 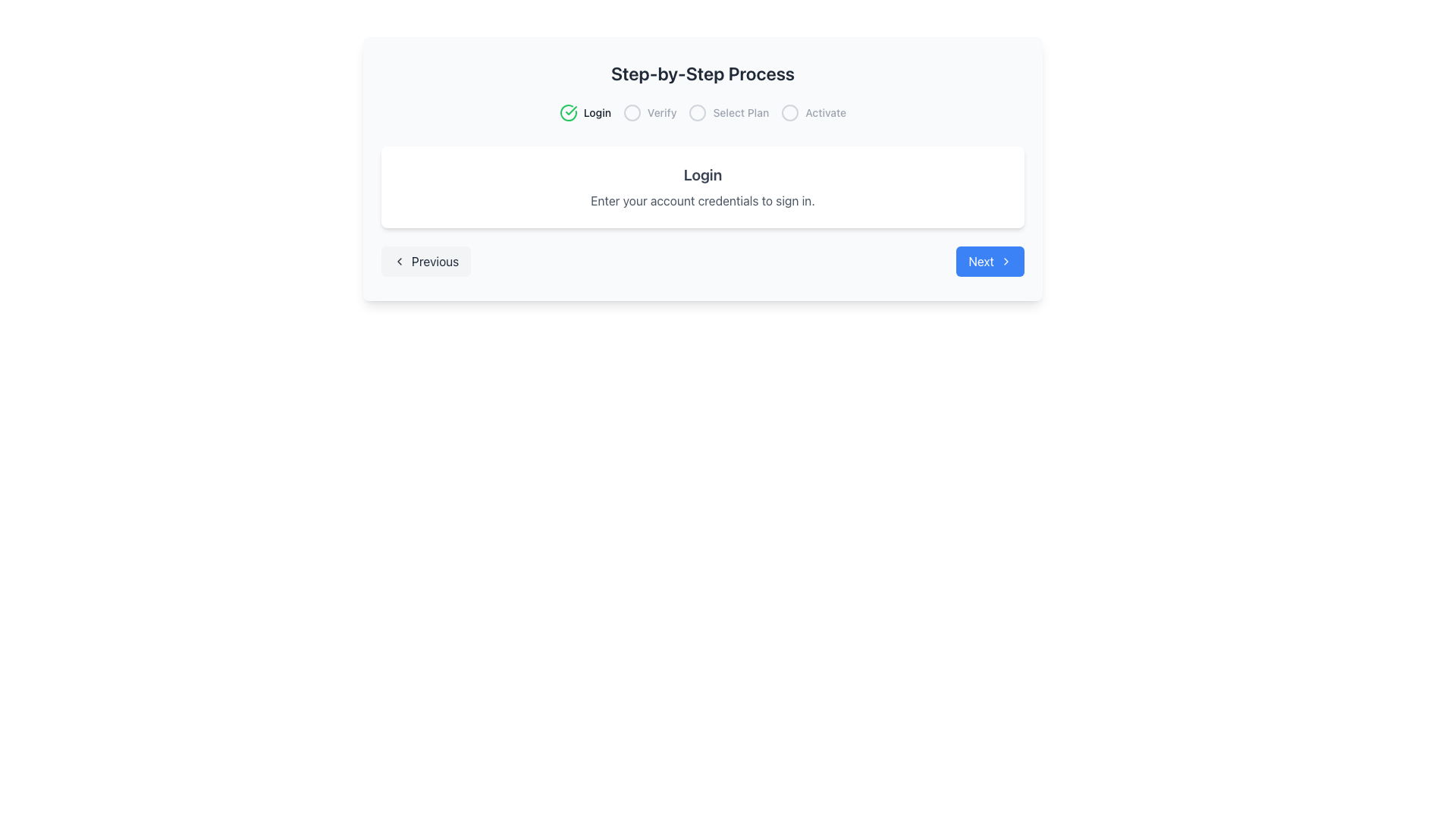 I want to click on the state or styling of the inactive 'Verify' step represented by the first SVG circle in the step-by-step progress bar, so click(x=632, y=112).